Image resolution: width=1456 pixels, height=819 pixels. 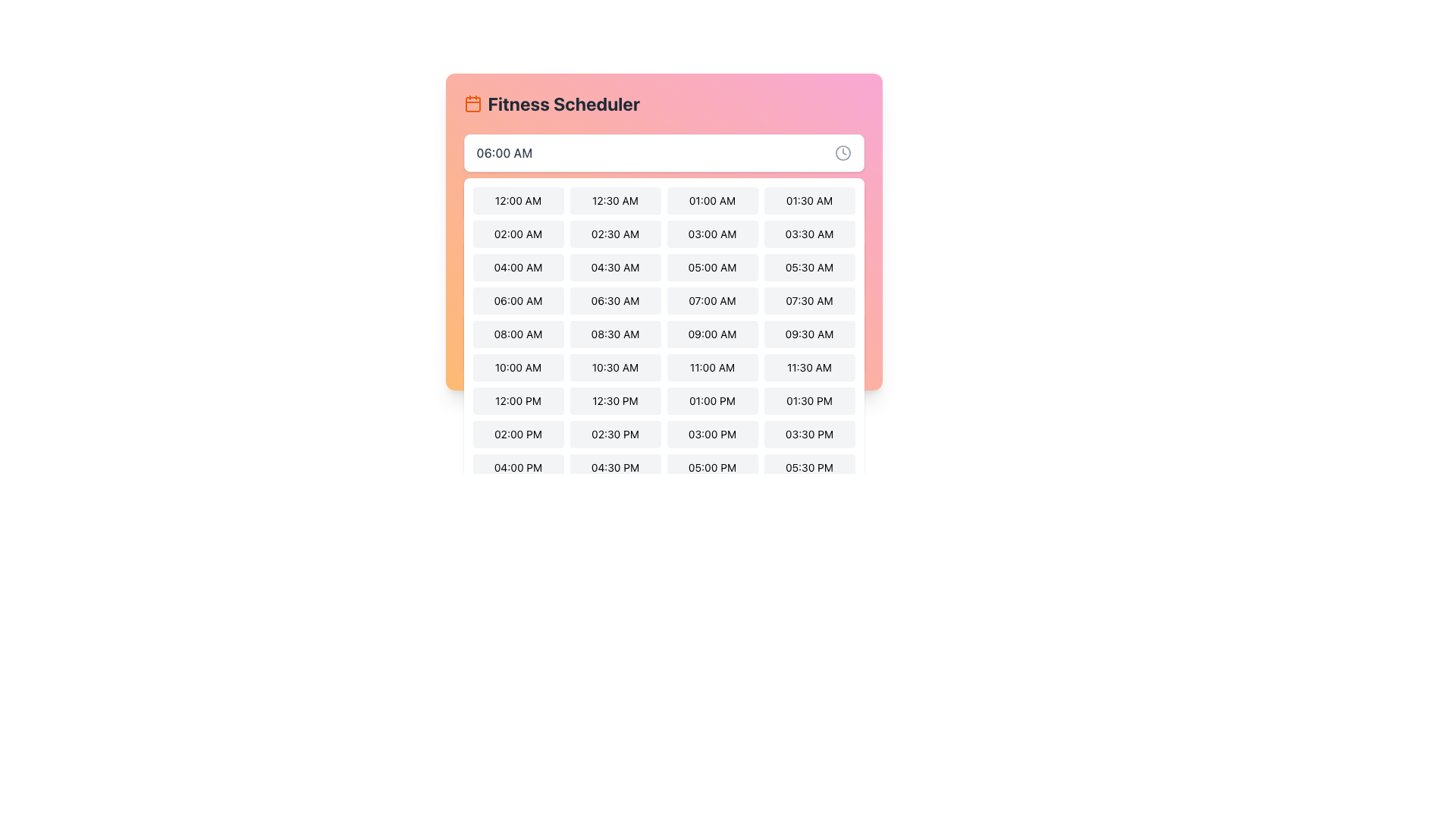 What do you see at coordinates (808, 467) in the screenshot?
I see `the button in the 4th column of the 9th row` at bounding box center [808, 467].